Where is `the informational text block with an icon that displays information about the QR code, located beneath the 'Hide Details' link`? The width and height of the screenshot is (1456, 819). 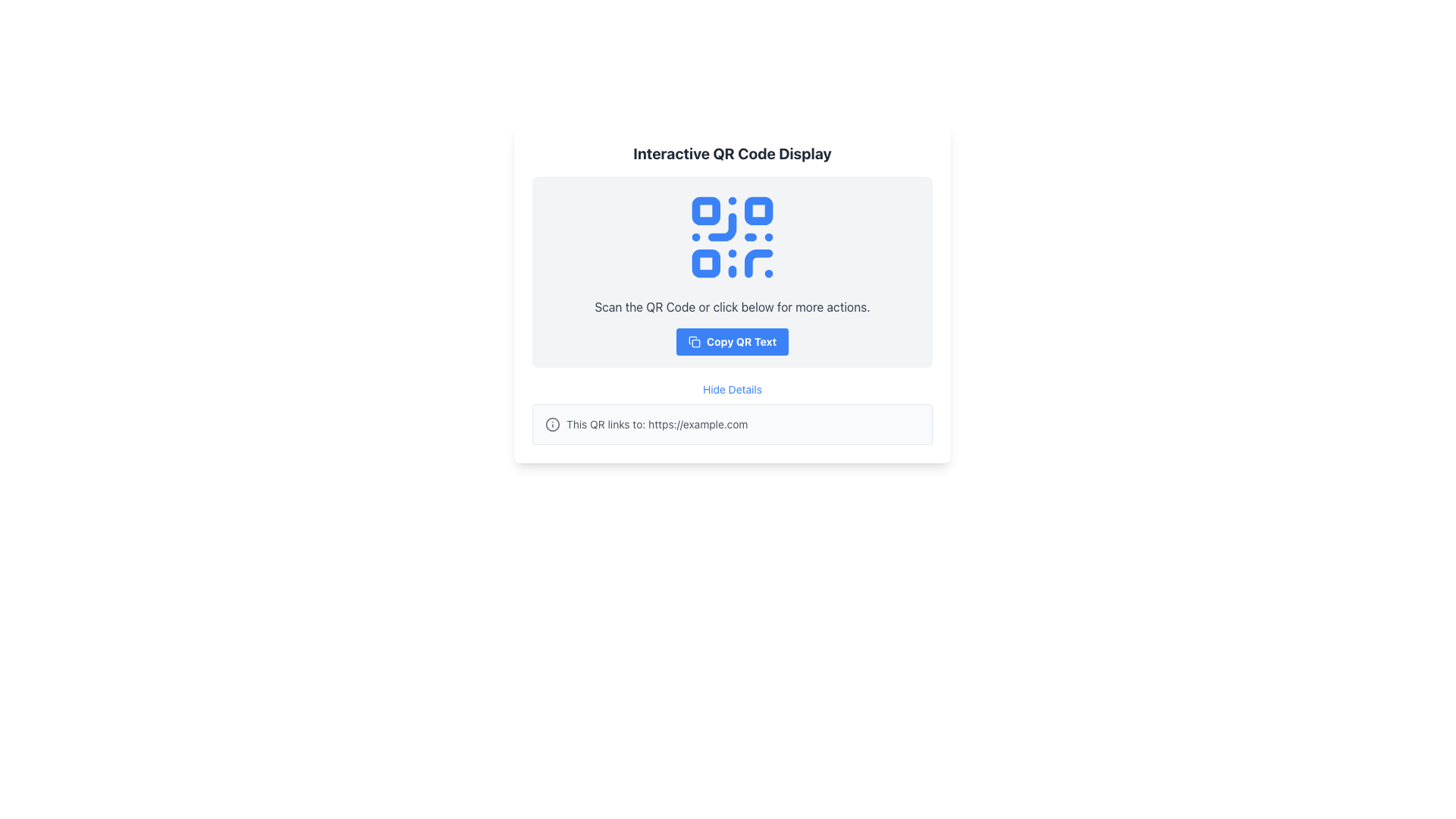 the informational text block with an icon that displays information about the QR code, located beneath the 'Hide Details' link is located at coordinates (732, 424).